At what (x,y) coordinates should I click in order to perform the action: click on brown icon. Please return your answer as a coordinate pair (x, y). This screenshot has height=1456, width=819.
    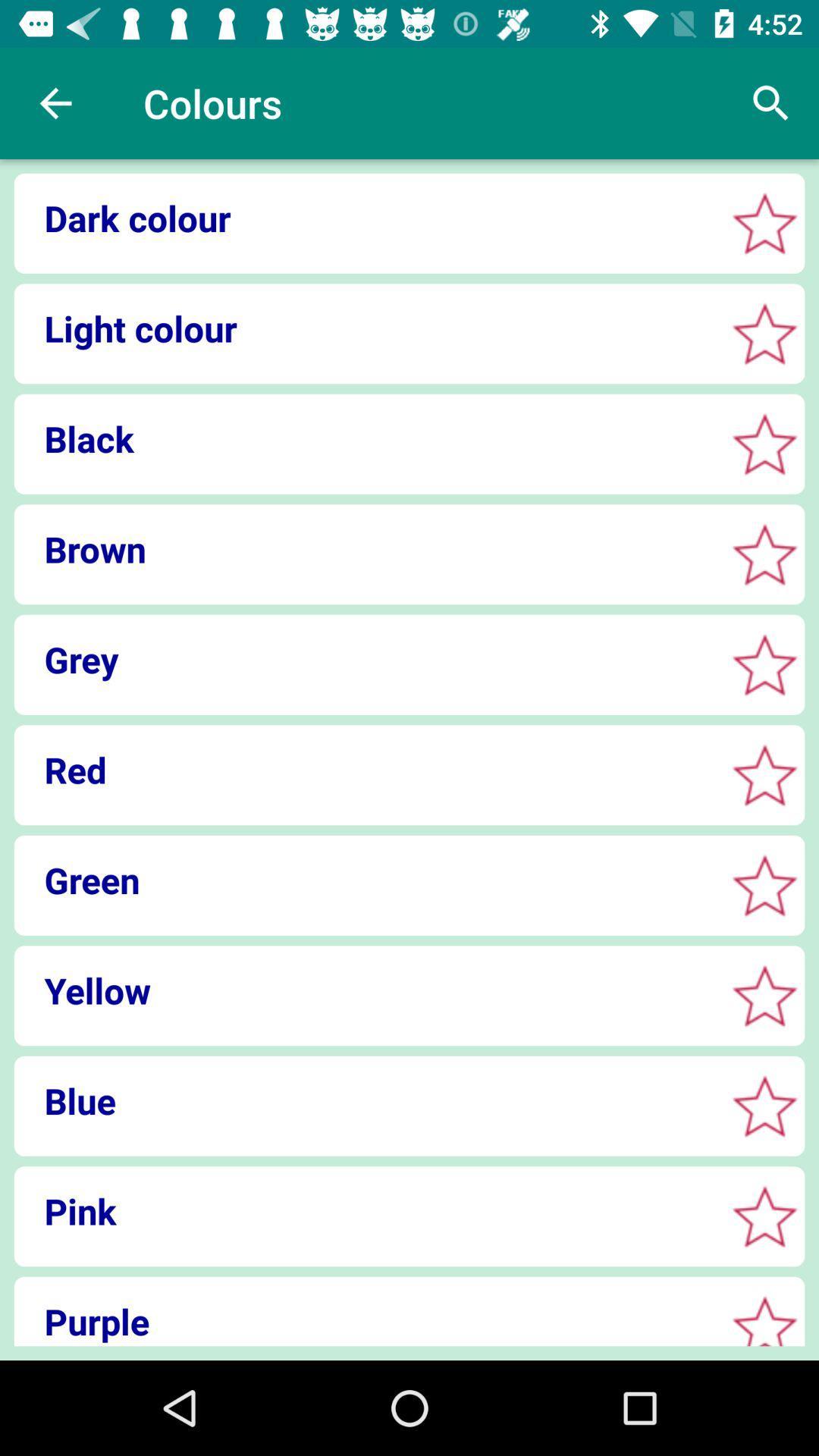
    Looking at the image, I should click on (365, 548).